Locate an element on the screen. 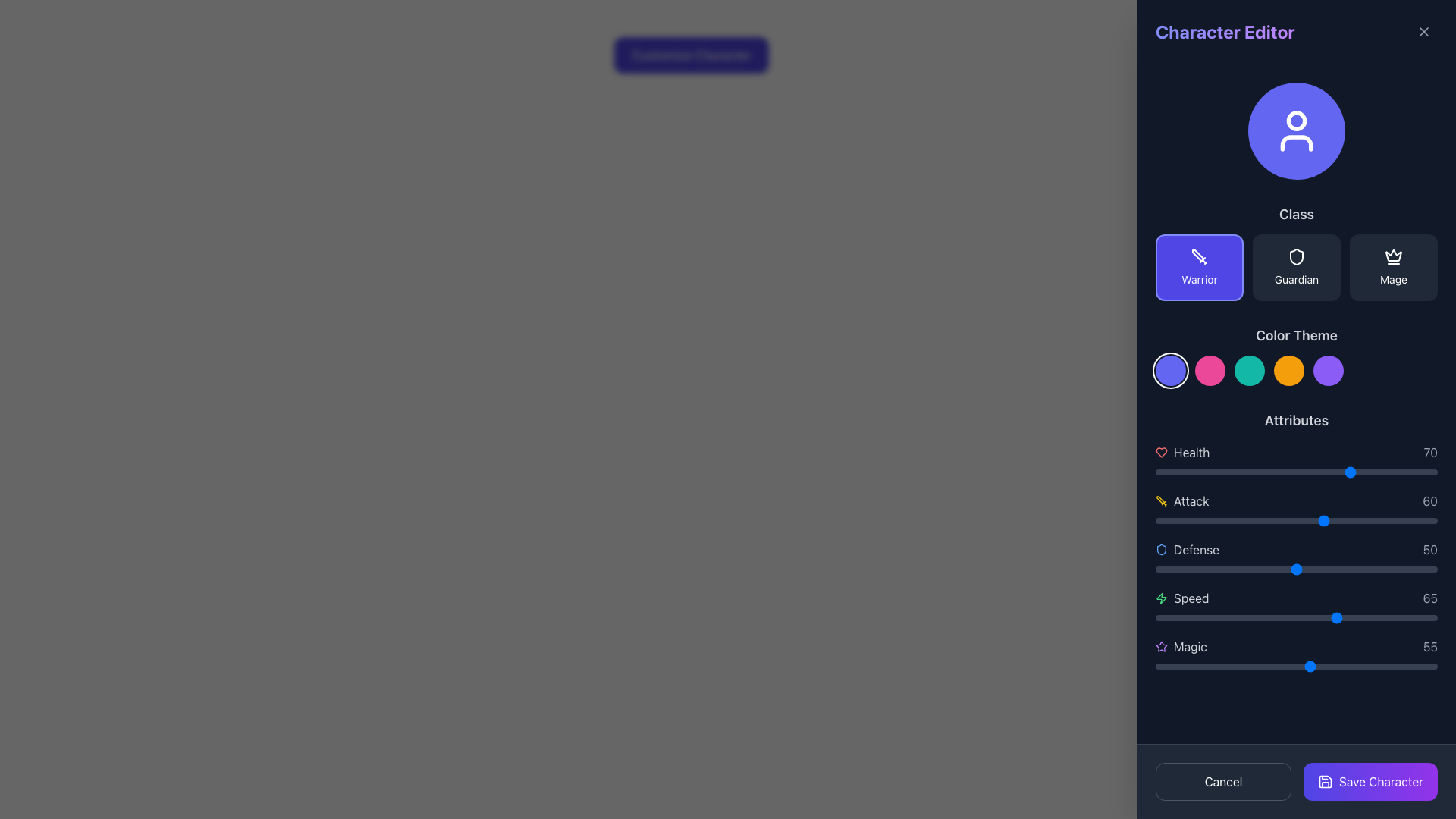 Image resolution: width=1456 pixels, height=819 pixels. the magic attribute is located at coordinates (1384, 666).